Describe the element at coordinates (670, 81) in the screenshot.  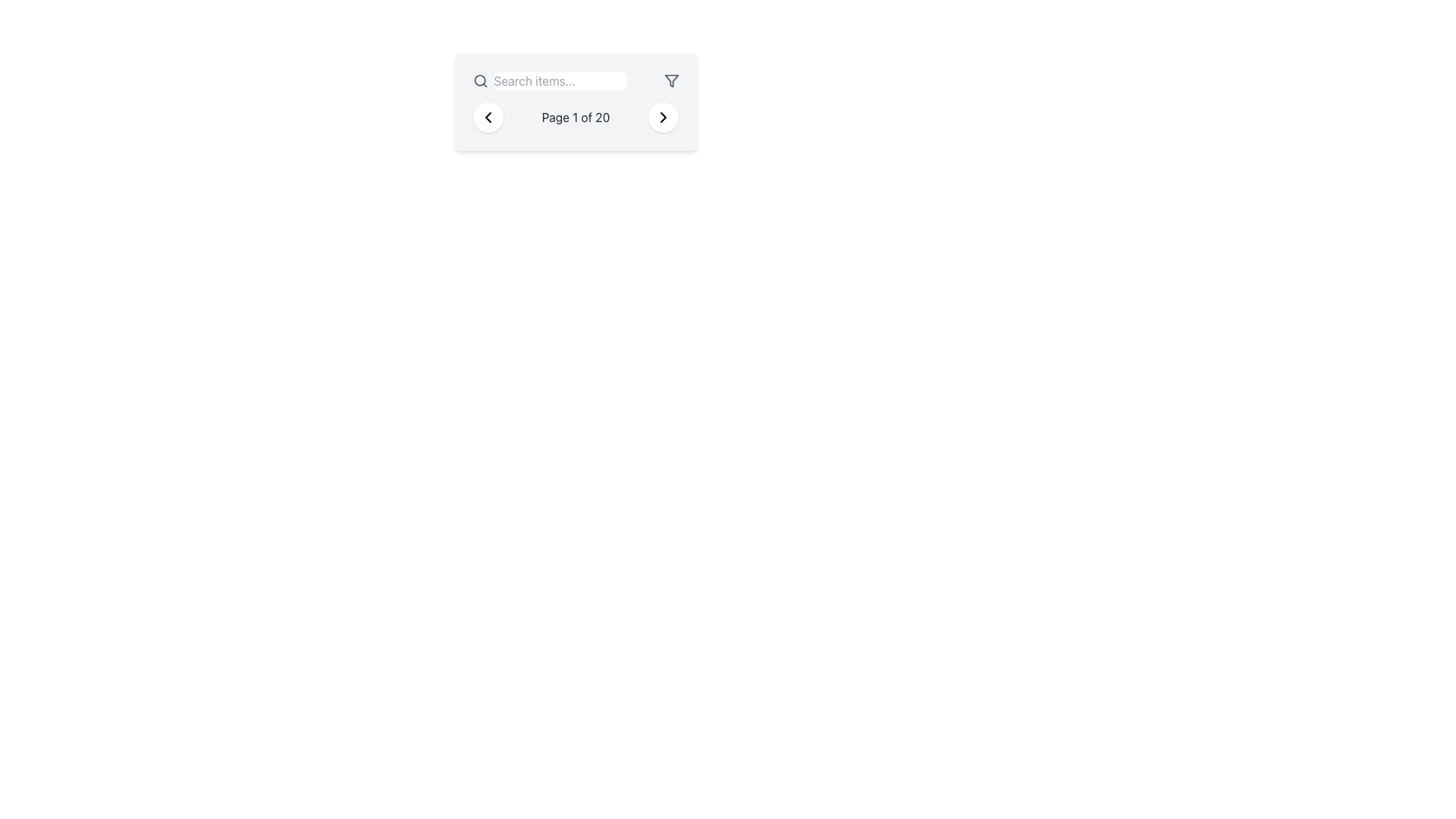
I see `the Filter icon located at the far right of the search bar` at that location.